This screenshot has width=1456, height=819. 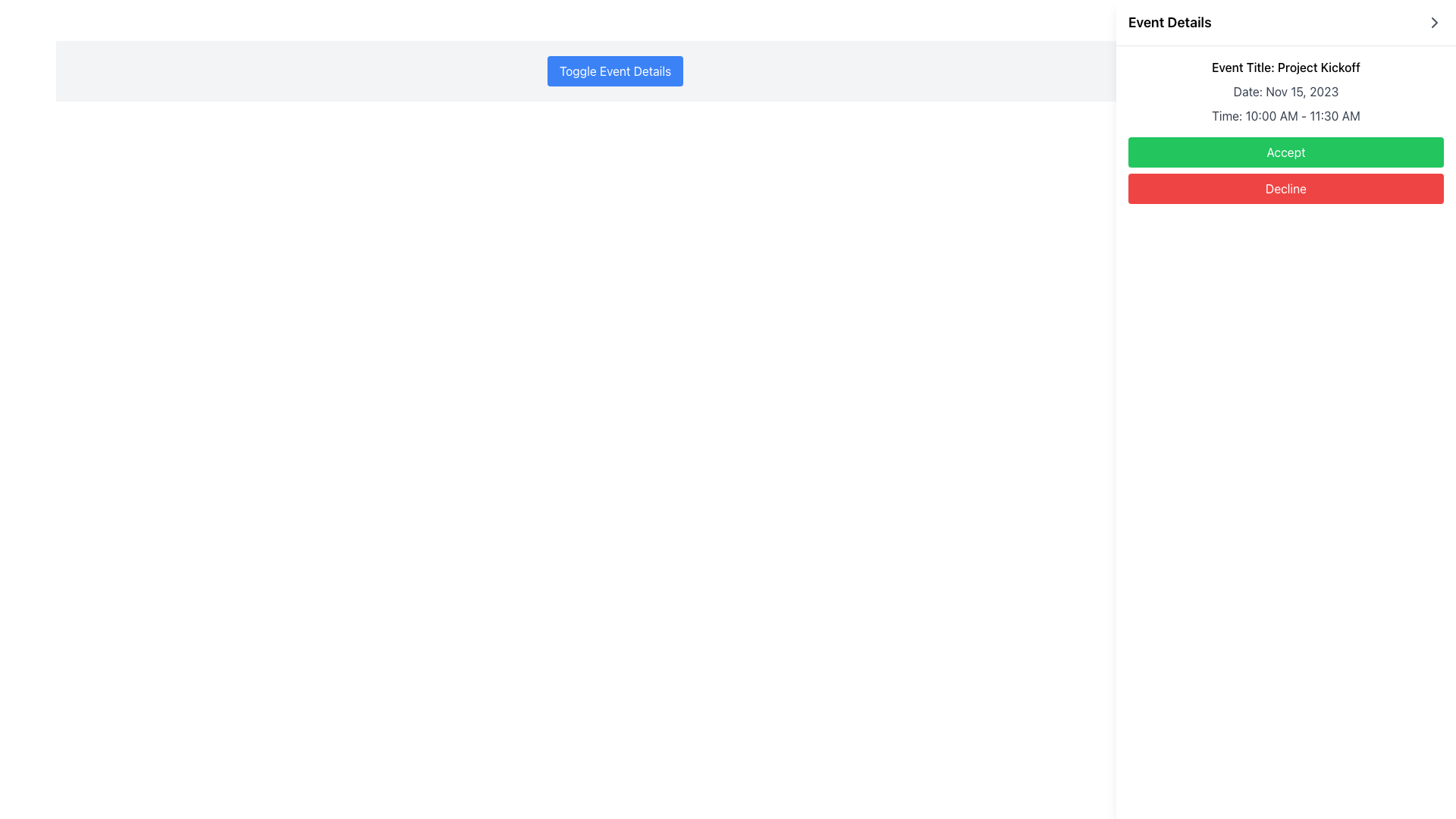 I want to click on the Chevron icon button located at the top-right corner of the 'Event Details' panel, adjacent to the panel title text 'Event Details', so click(x=1433, y=23).